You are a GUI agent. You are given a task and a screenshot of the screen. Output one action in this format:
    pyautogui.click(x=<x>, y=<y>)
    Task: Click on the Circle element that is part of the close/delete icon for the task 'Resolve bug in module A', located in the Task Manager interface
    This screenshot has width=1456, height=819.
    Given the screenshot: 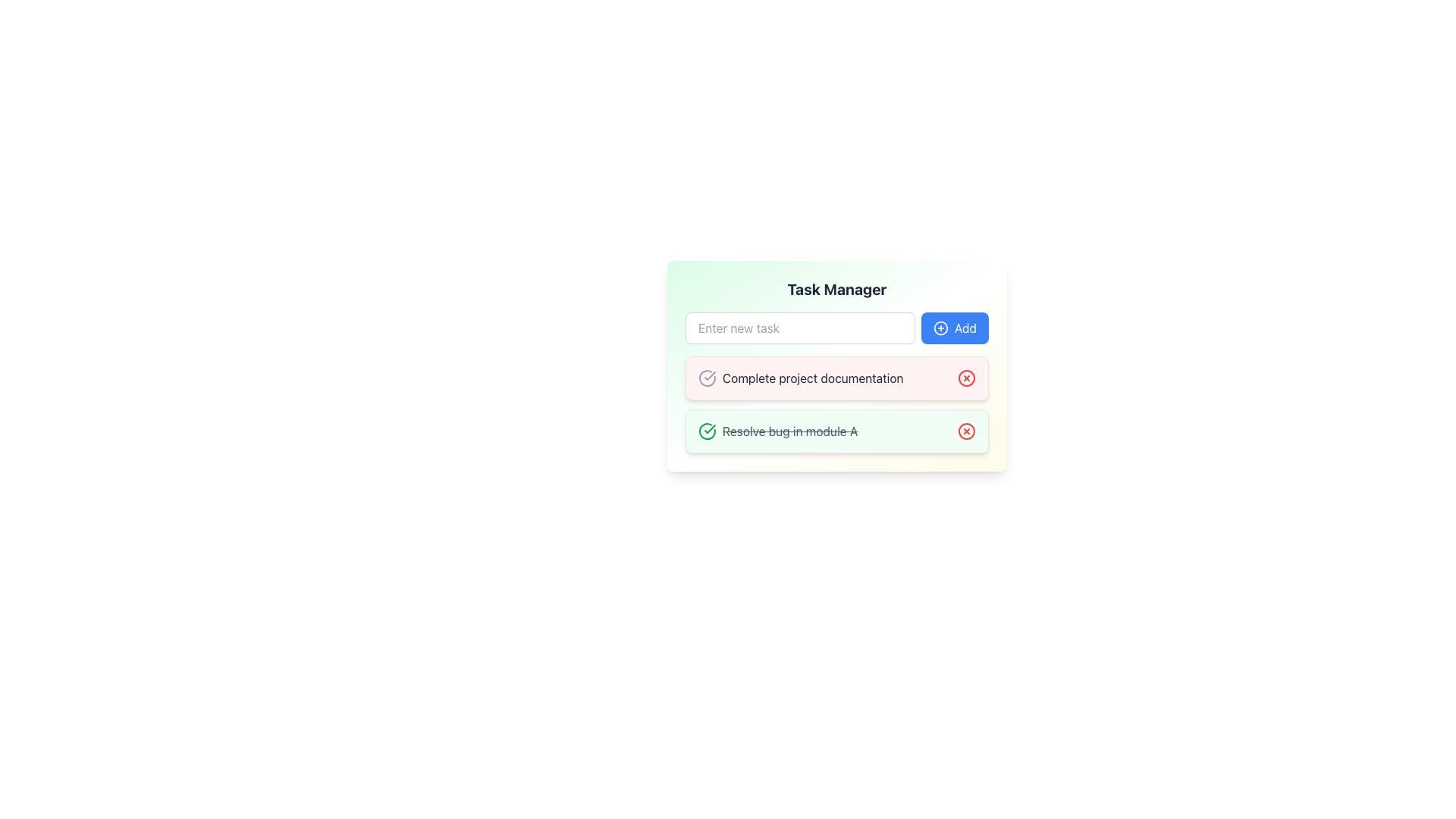 What is the action you would take?
    pyautogui.click(x=966, y=431)
    